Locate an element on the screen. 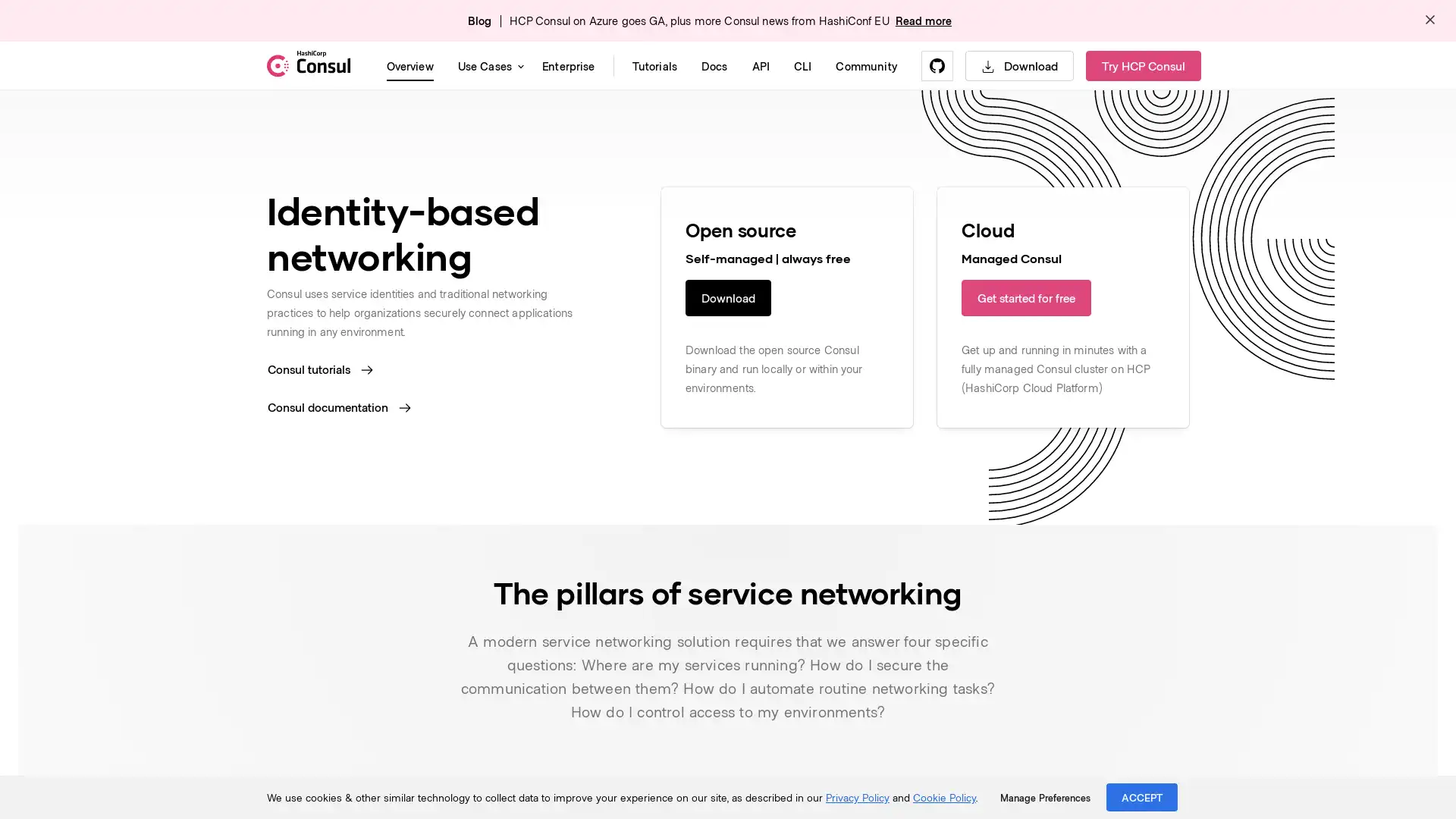 Image resolution: width=1456 pixels, height=819 pixels. ACCEPT is located at coordinates (1142, 796).